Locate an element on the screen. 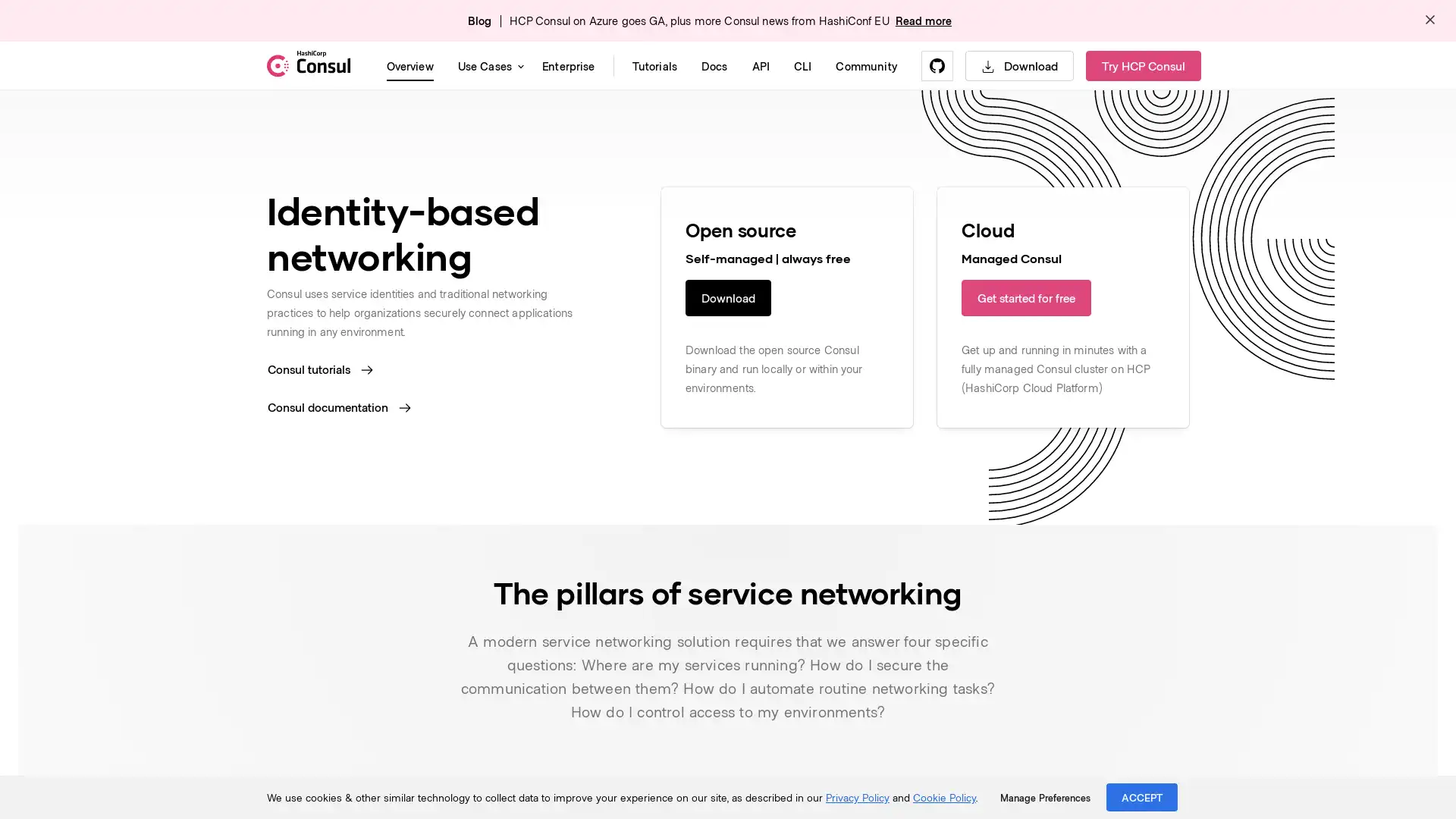 Image resolution: width=1456 pixels, height=819 pixels. ACCEPT is located at coordinates (1142, 796).